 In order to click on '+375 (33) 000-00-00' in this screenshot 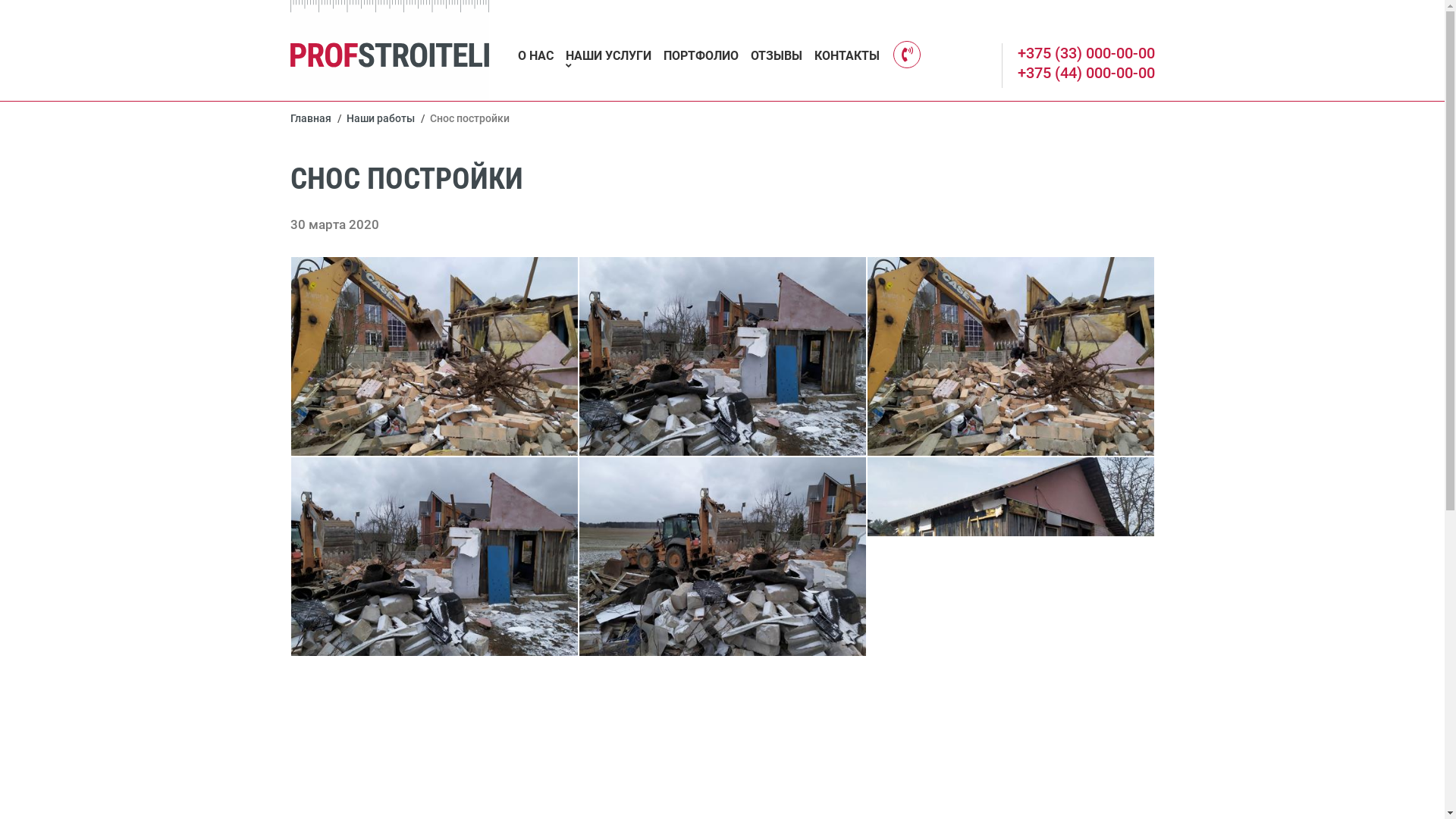, I will do `click(1085, 52)`.